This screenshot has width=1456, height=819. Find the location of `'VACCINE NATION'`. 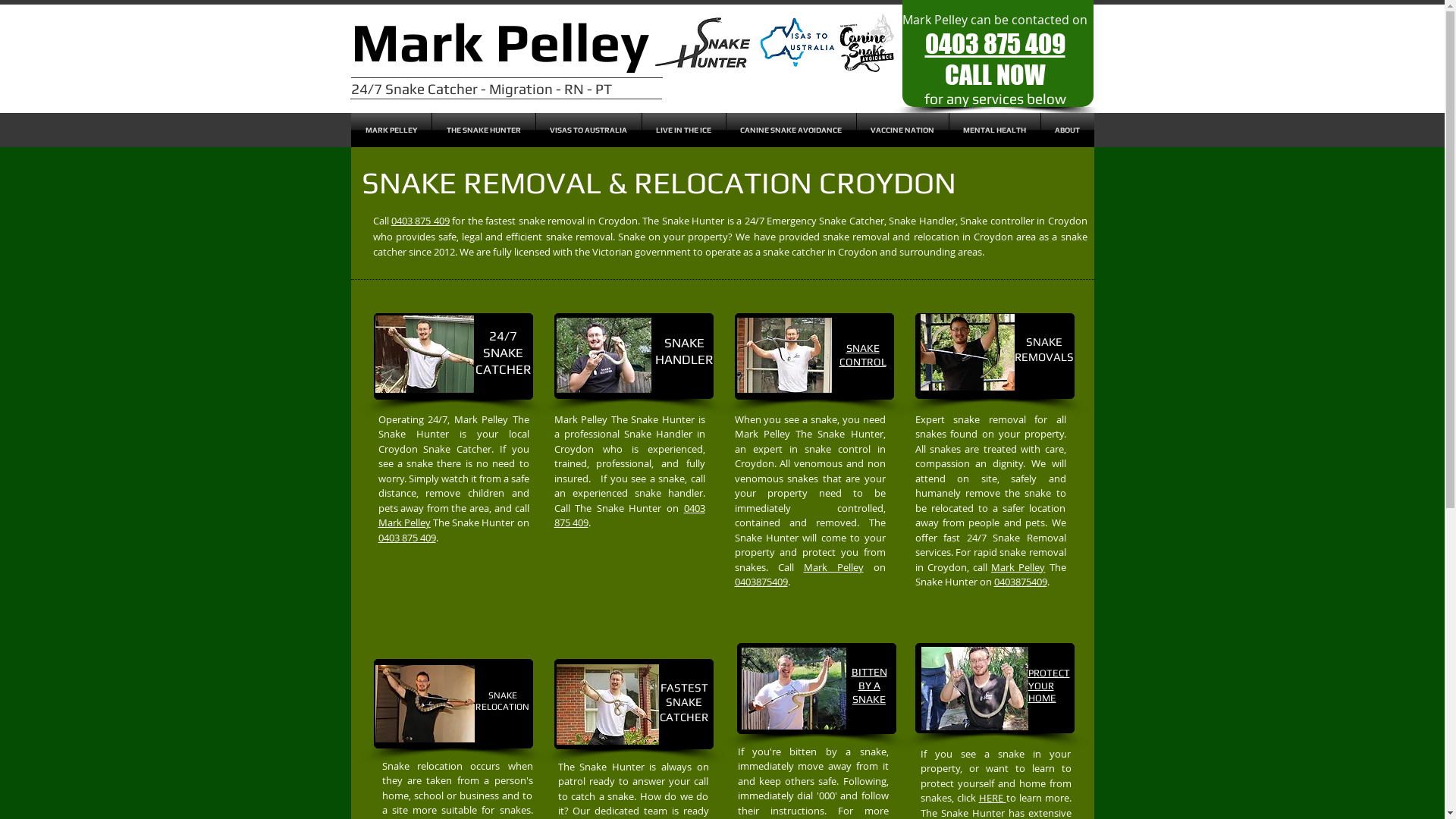

'VACCINE NATION' is located at coordinates (902, 129).